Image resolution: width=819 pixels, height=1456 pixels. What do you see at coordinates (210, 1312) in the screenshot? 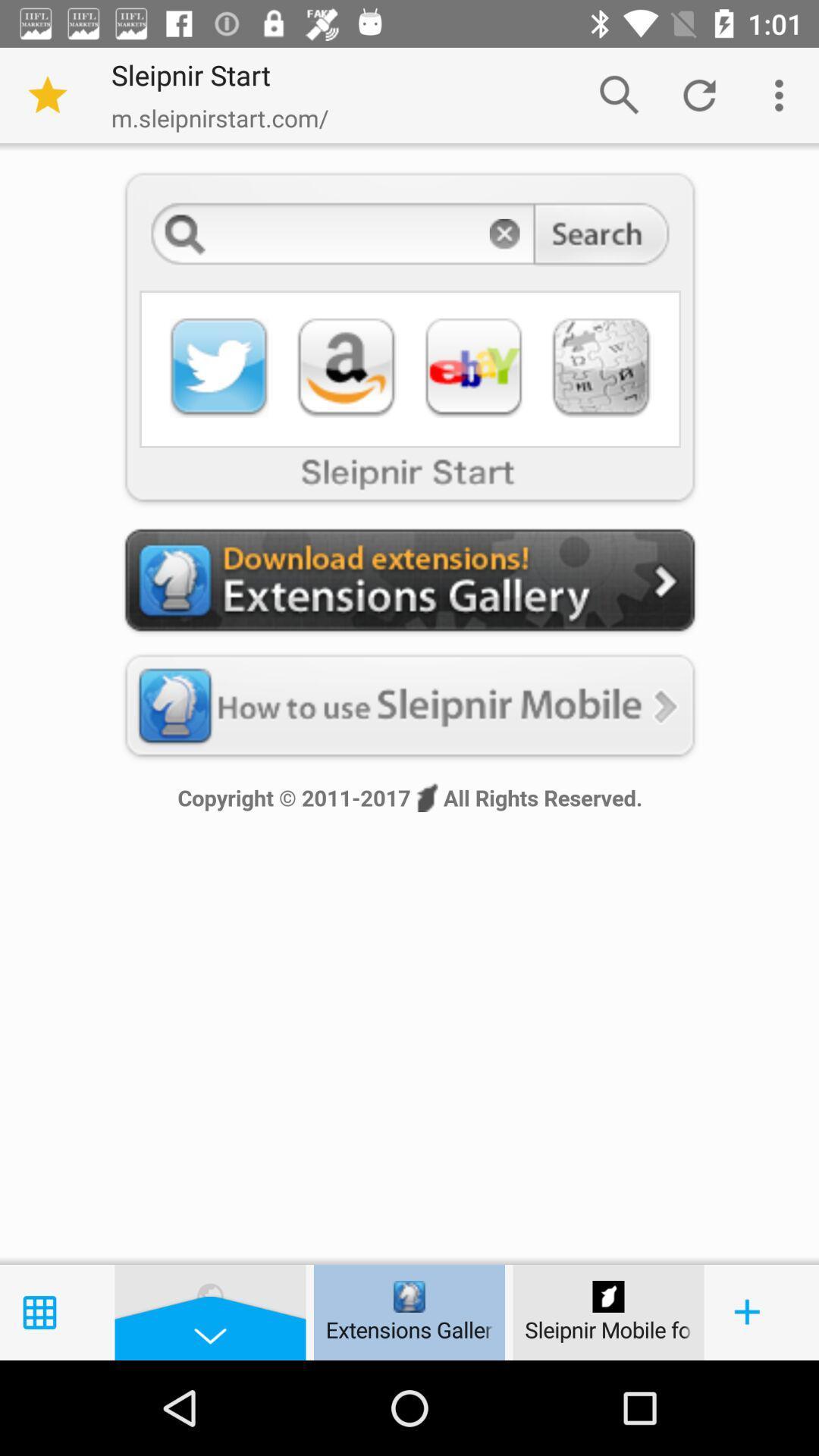
I see `the left side bottom 2nd box` at bounding box center [210, 1312].